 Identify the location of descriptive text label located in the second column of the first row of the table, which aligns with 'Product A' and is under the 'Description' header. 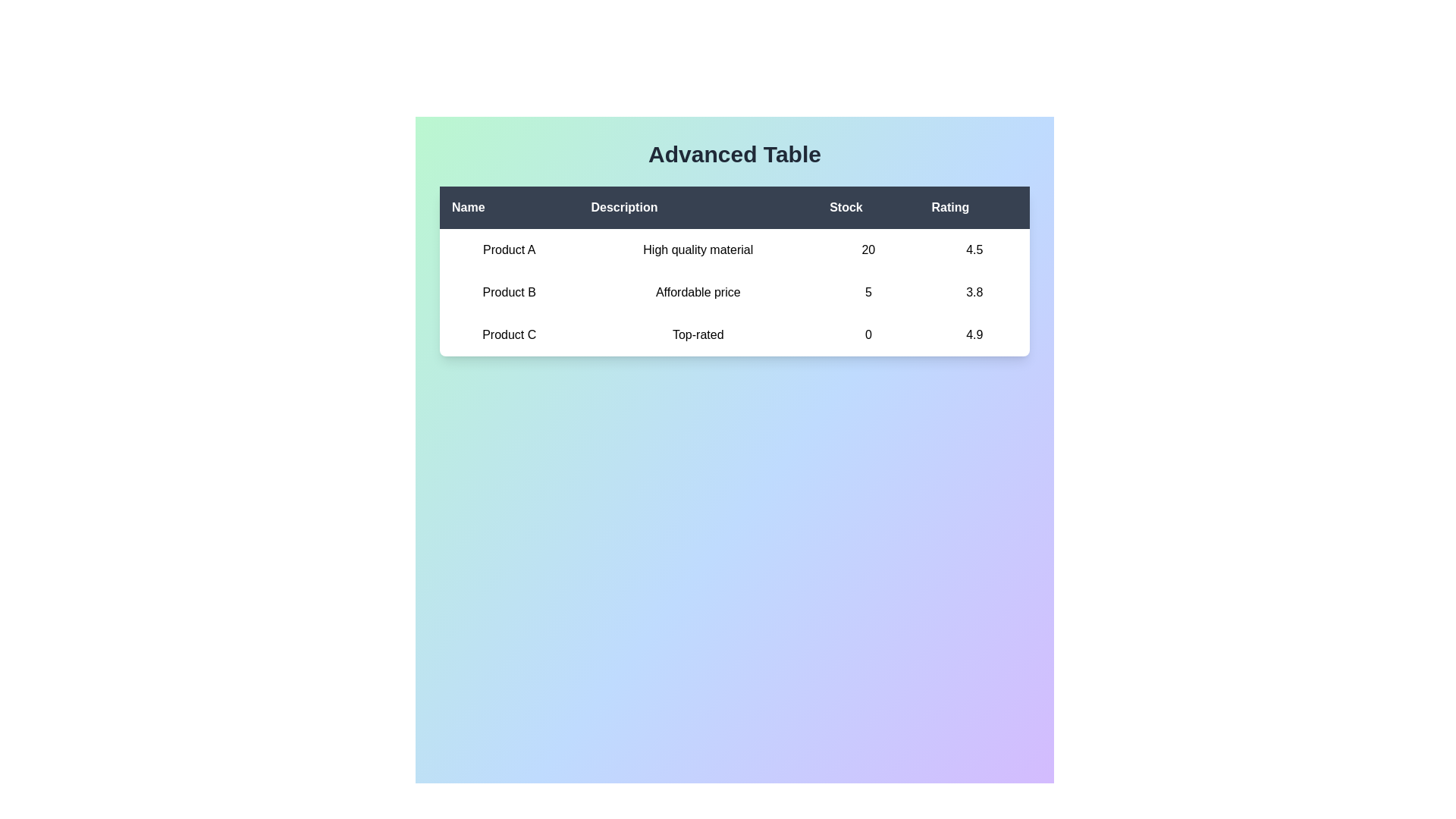
(697, 249).